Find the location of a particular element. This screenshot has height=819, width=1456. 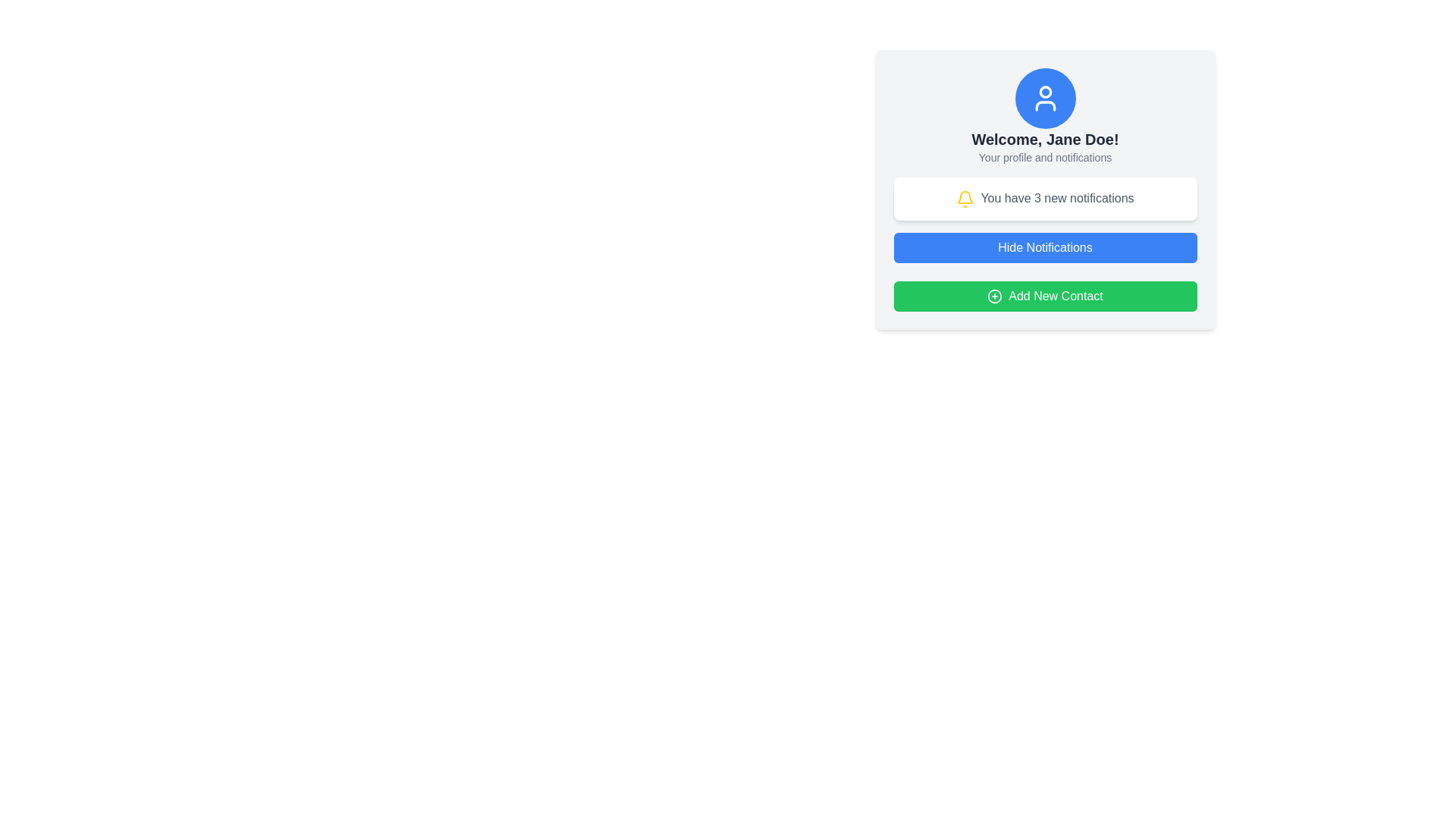

the notification icon located in the notification section, which serves as a visual cue for new messages is located at coordinates (965, 196).